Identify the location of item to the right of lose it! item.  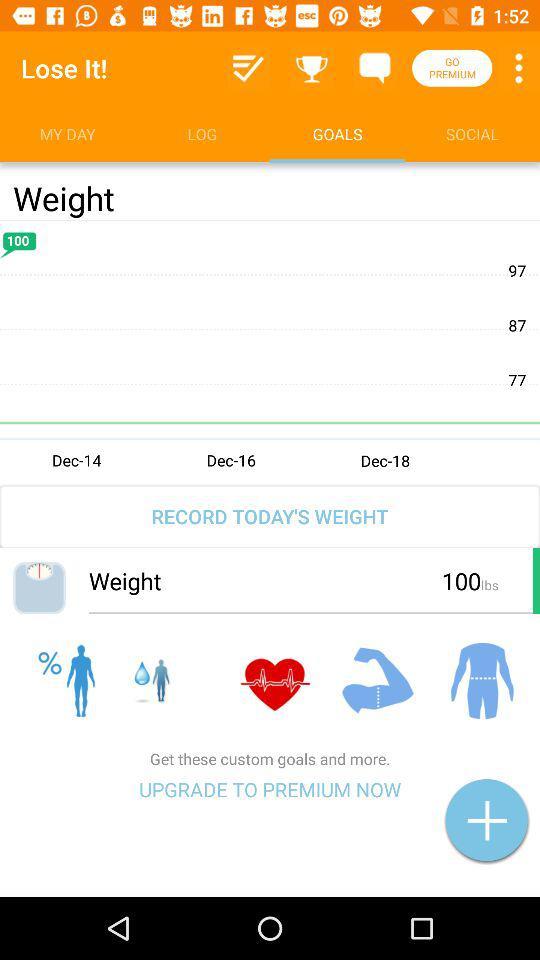
(248, 68).